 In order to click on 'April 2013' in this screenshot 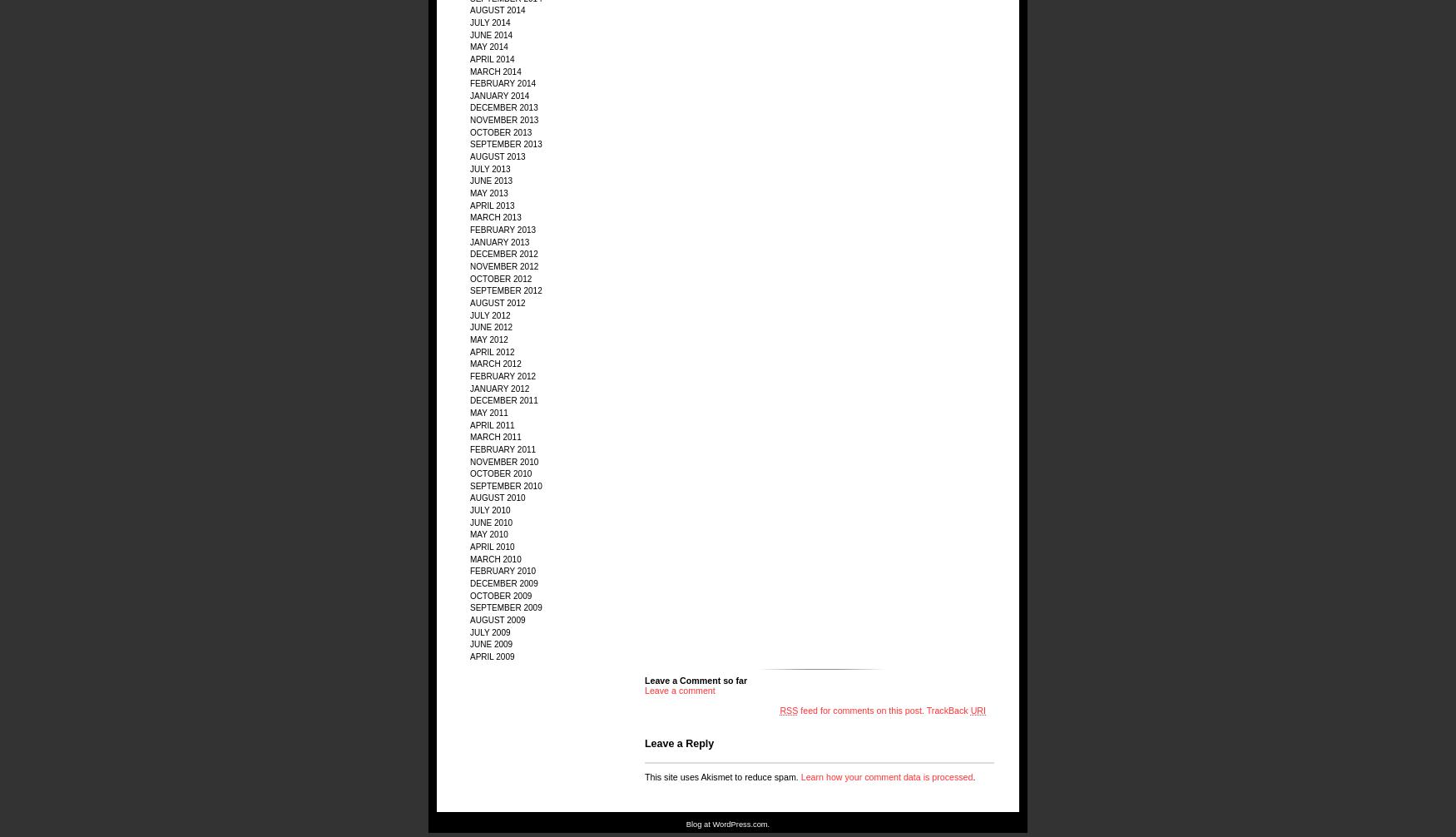, I will do `click(470, 205)`.